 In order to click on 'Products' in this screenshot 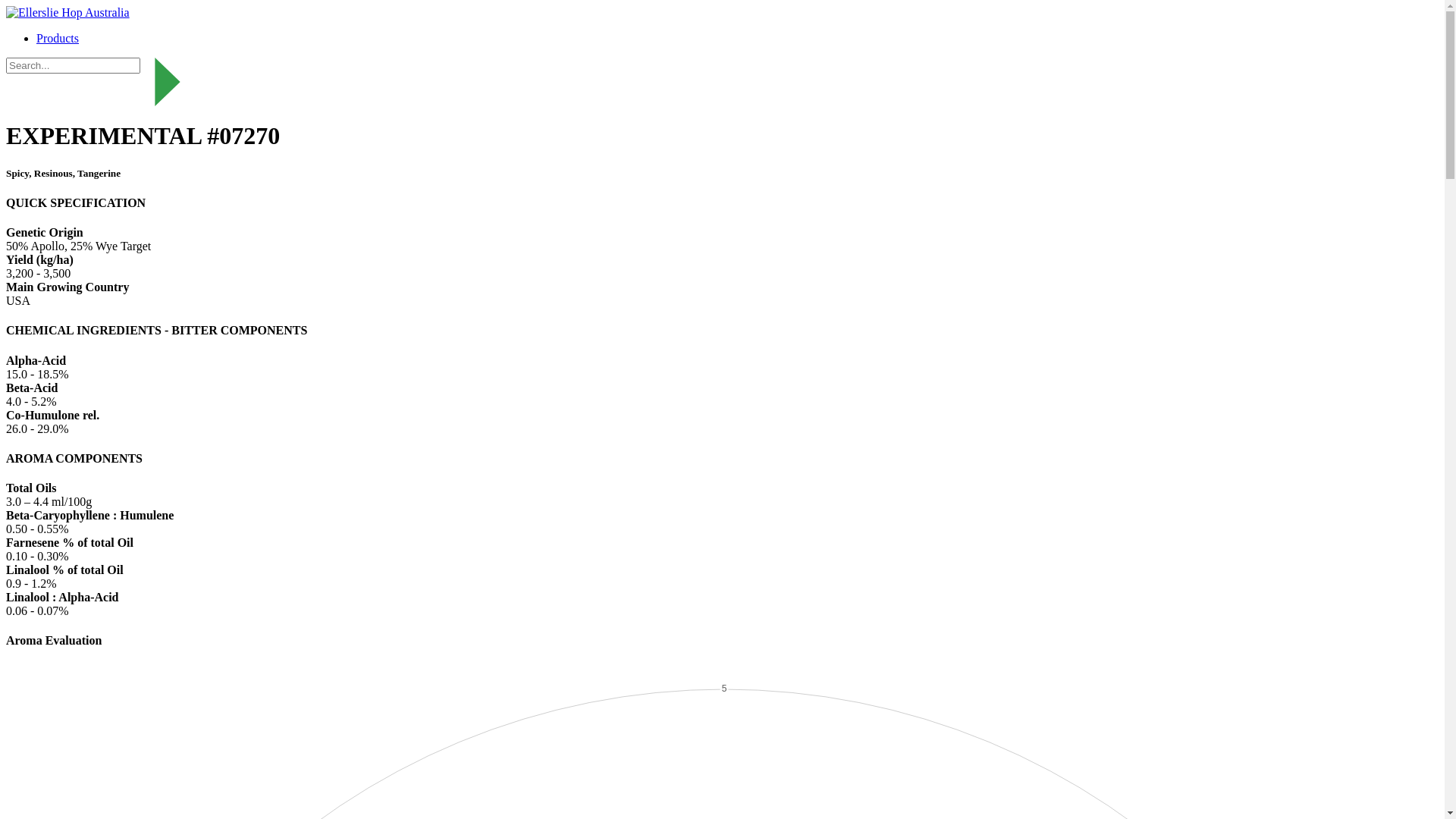, I will do `click(58, 37)`.